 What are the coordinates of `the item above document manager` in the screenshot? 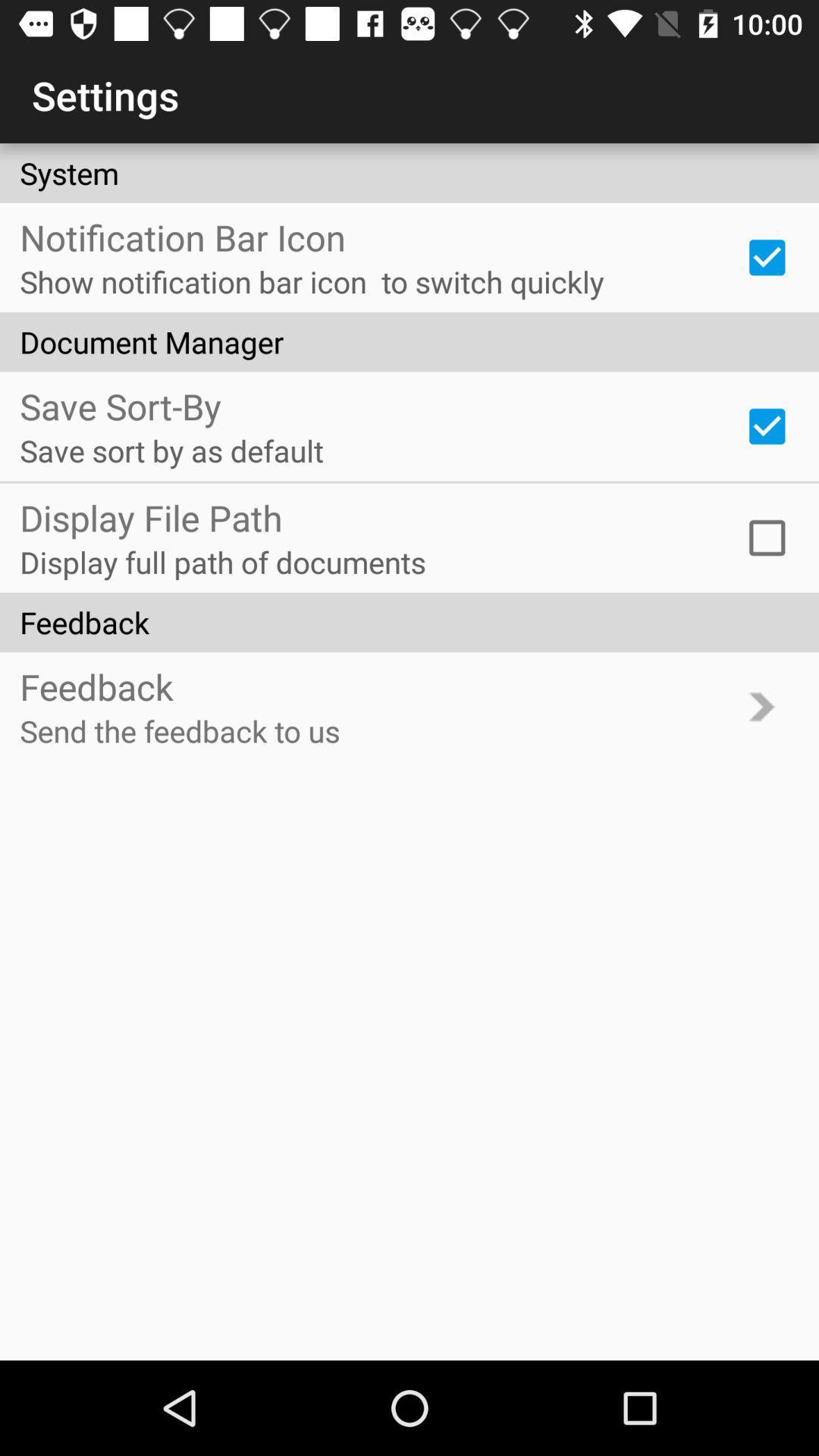 It's located at (767, 257).